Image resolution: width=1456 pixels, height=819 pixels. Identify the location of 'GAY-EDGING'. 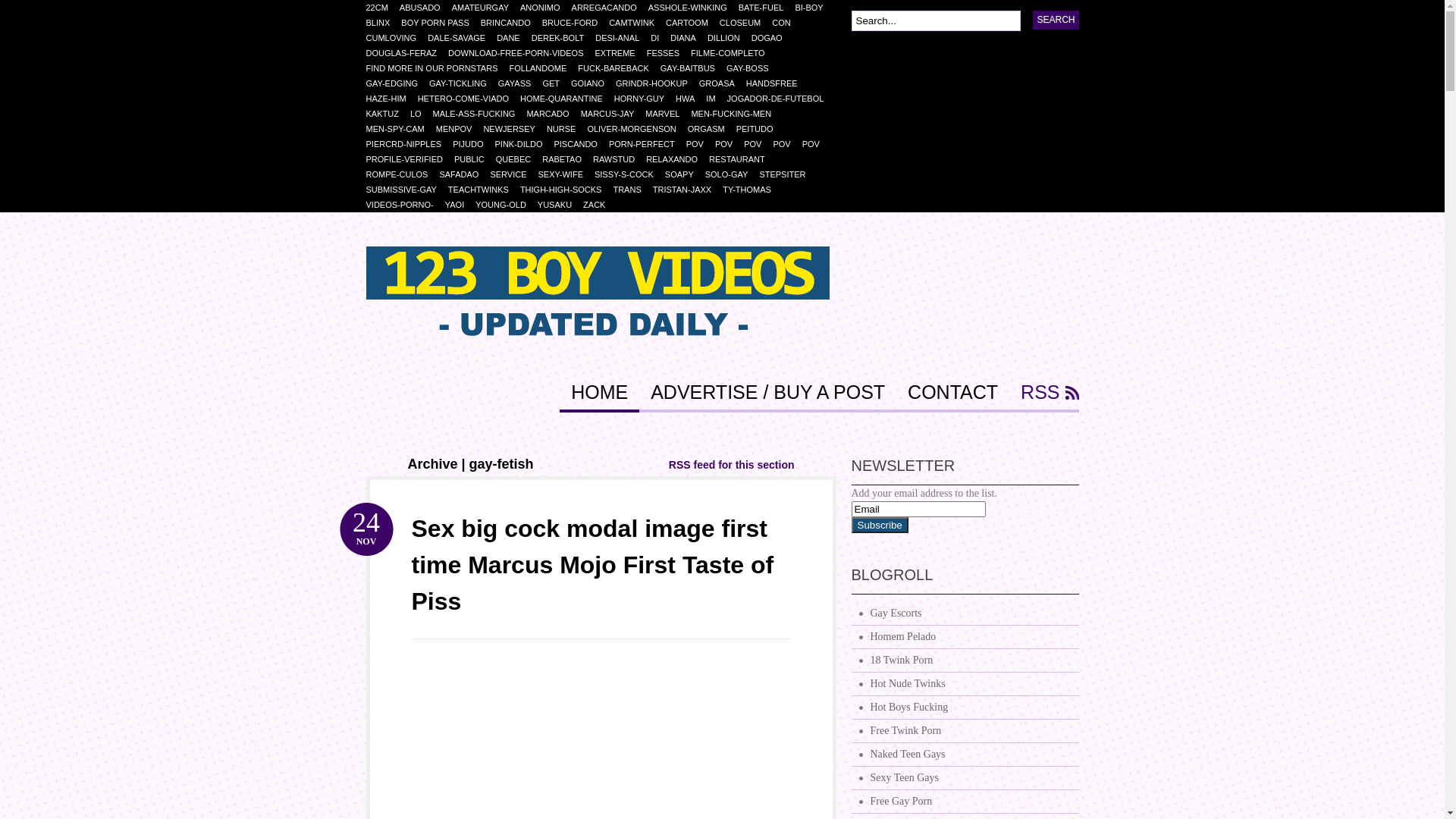
(365, 83).